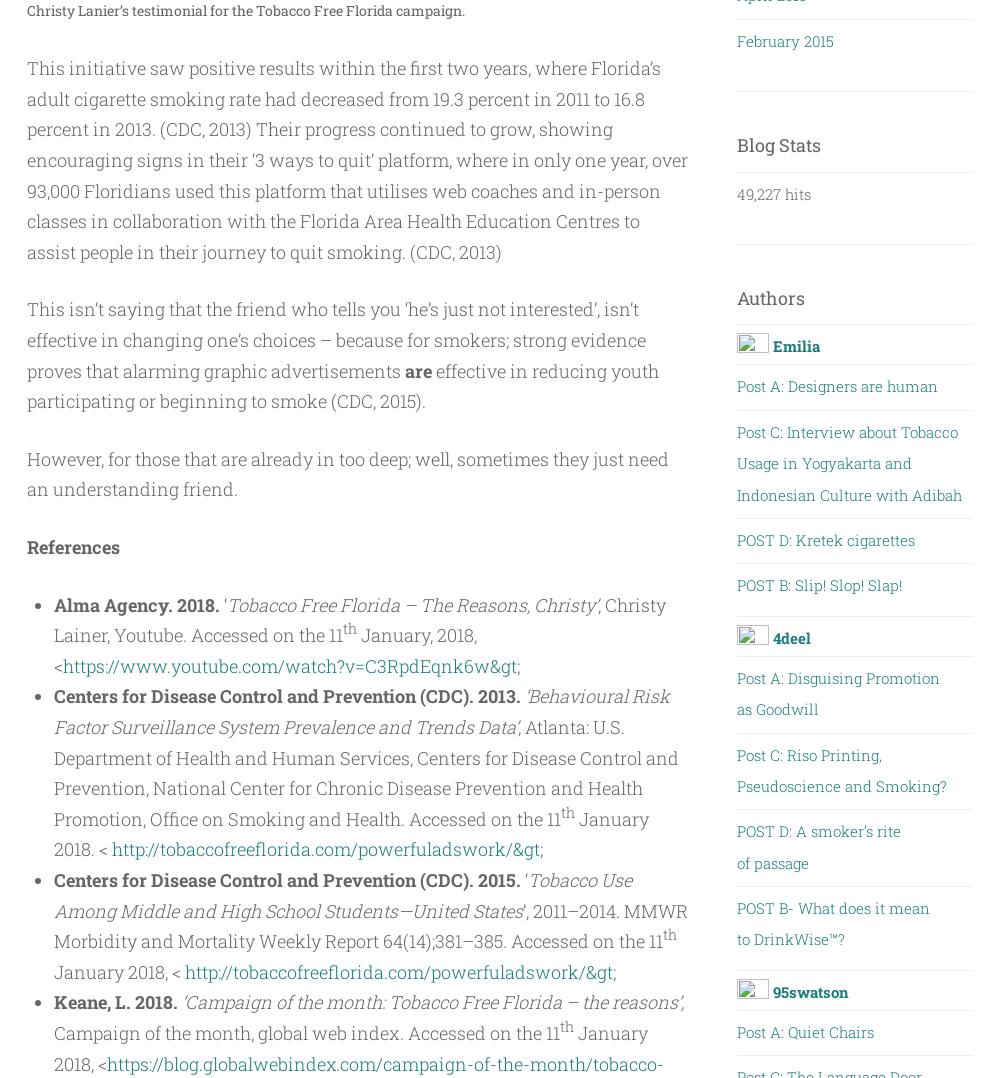 The height and width of the screenshot is (1078, 1000). I want to click on 'This isn’t saying that the friend who tells you ‘he’s just not interested’, isn’t effective in changing one’s choices – because for smokers; strong evidence proves that alarming graphic advertisements', so click(27, 338).